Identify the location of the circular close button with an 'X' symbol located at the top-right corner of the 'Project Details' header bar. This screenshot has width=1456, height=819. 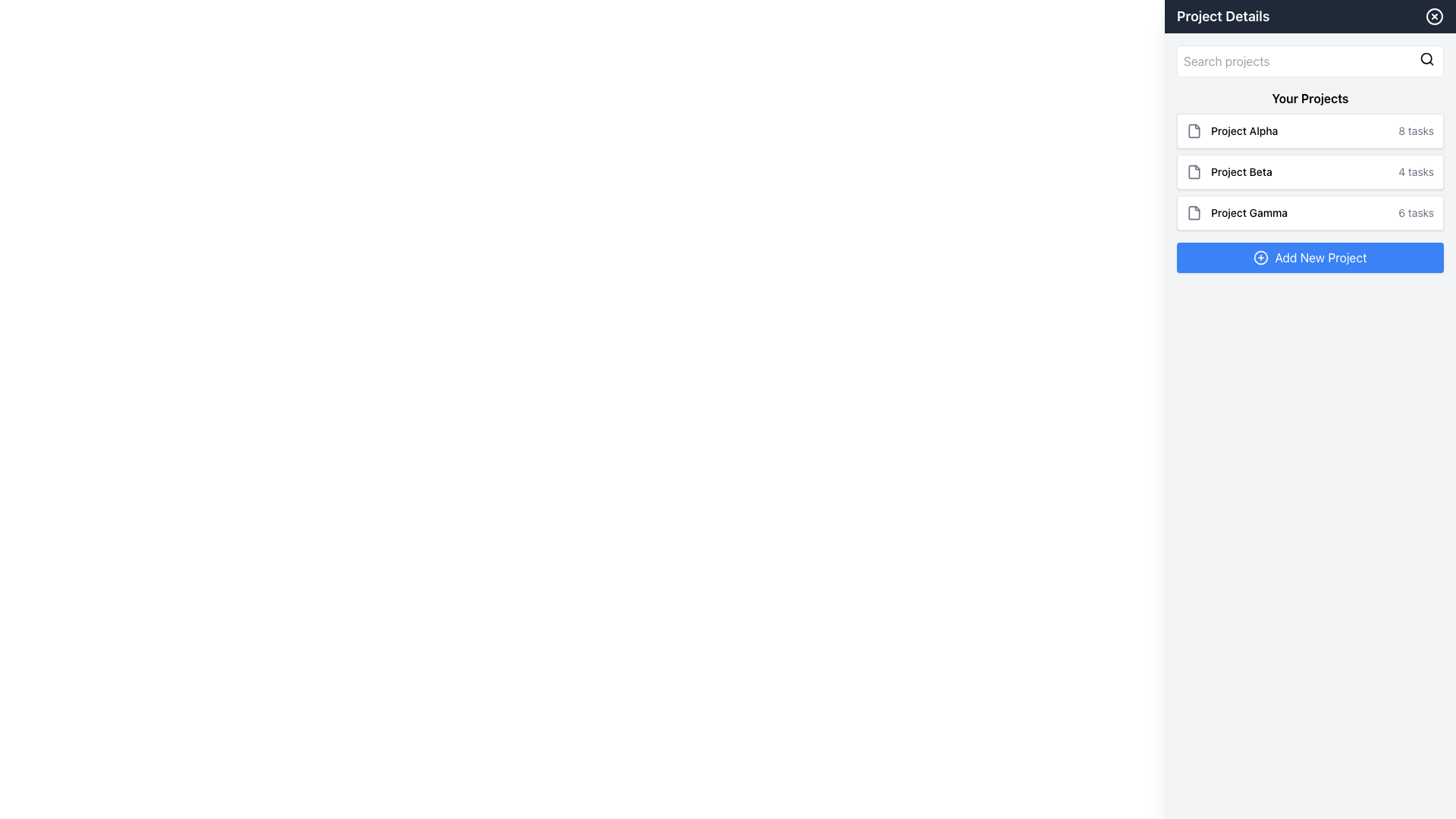
(1433, 17).